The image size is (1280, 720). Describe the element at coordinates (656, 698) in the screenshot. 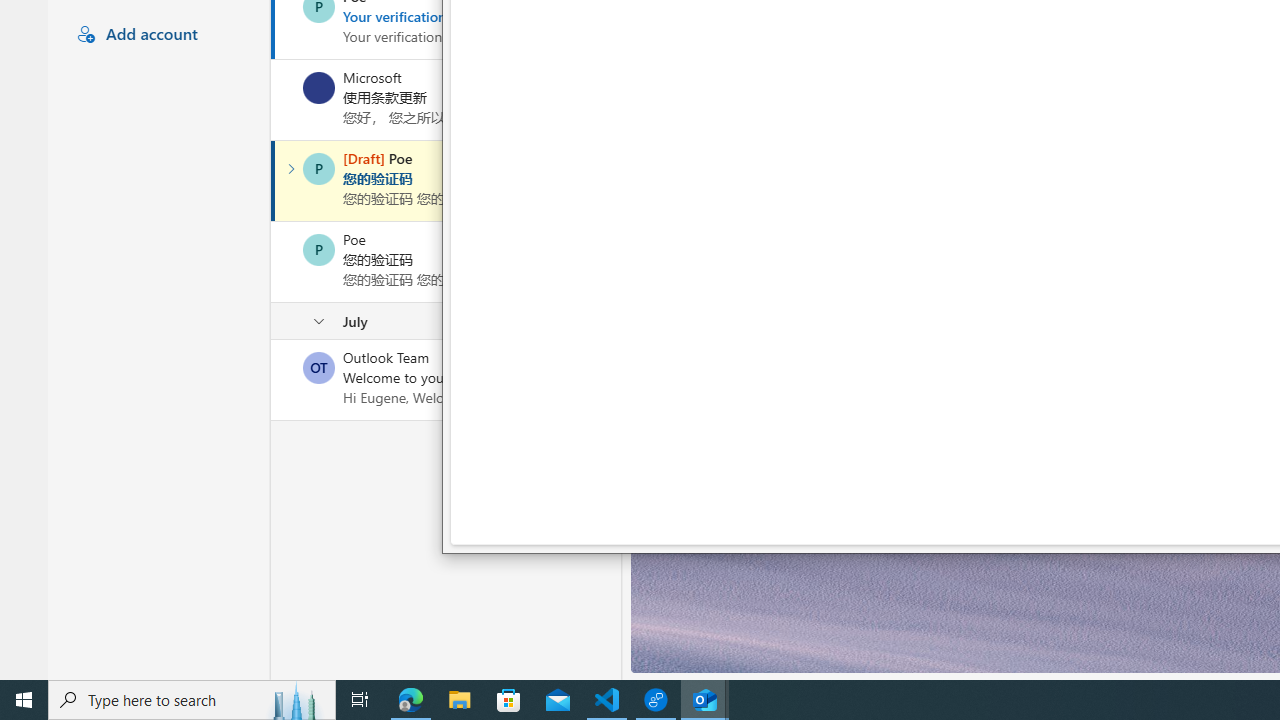

I see `'Edge Feedback - 1 running window'` at that location.